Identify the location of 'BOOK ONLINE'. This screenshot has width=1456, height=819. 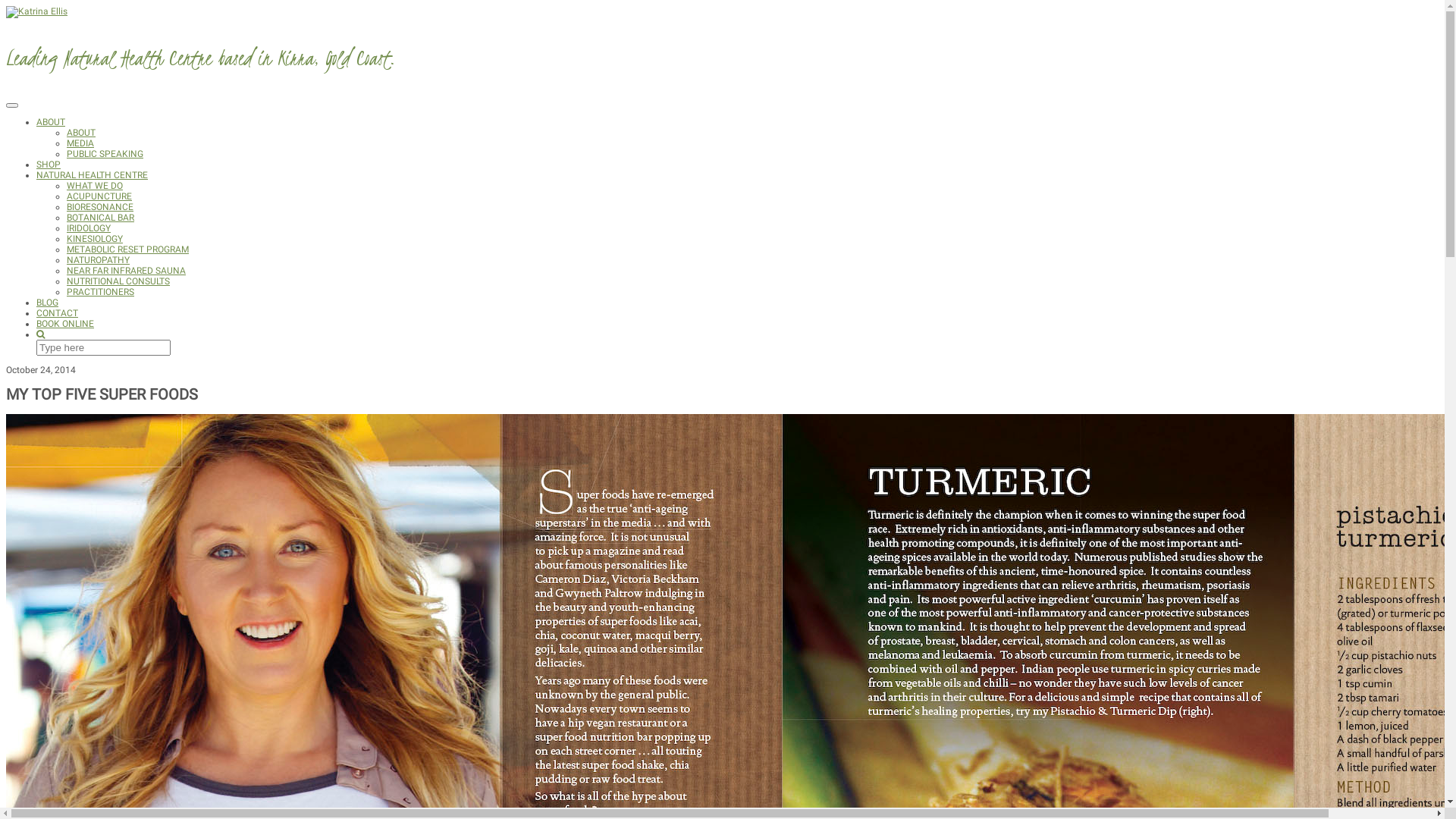
(64, 323).